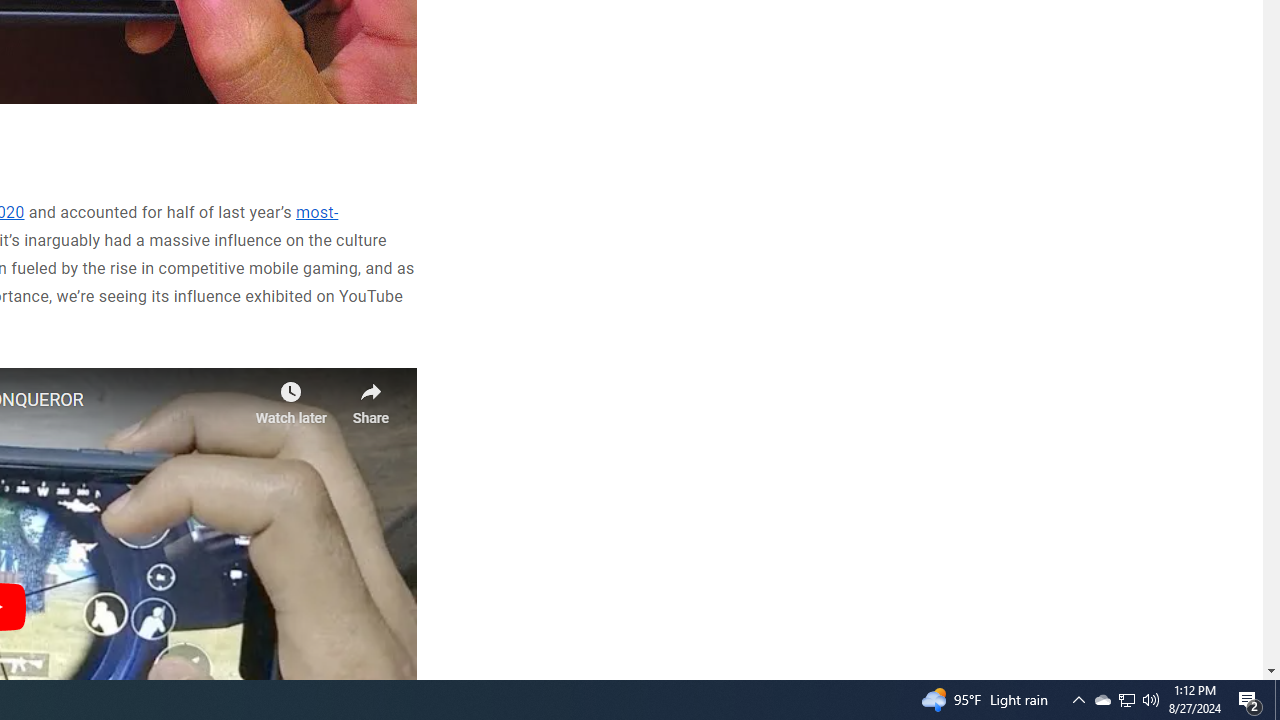 The image size is (1280, 720). I want to click on 'Share', so click(370, 397).